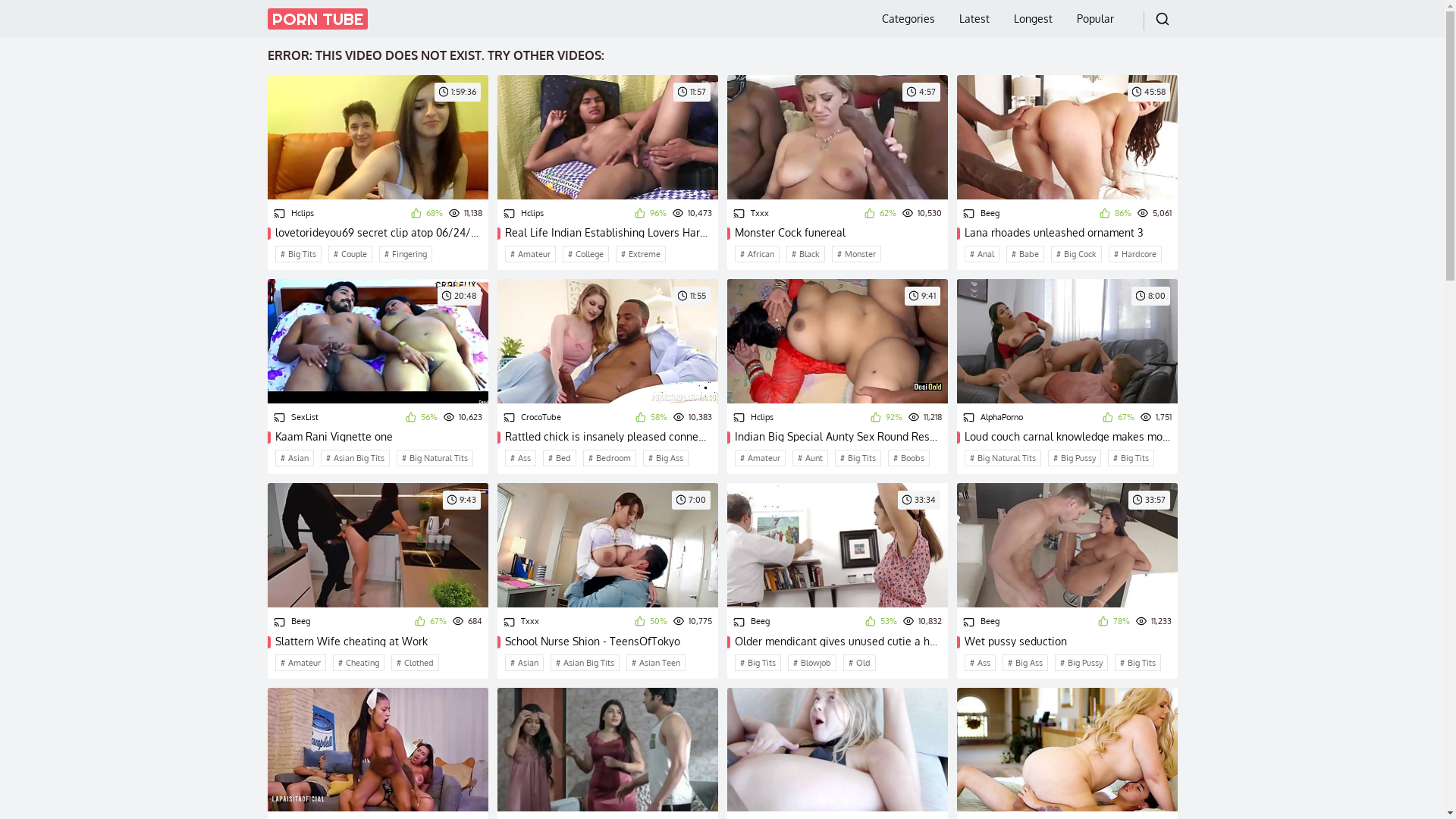 This screenshot has width=1456, height=819. What do you see at coordinates (608, 457) in the screenshot?
I see `'Bedroom'` at bounding box center [608, 457].